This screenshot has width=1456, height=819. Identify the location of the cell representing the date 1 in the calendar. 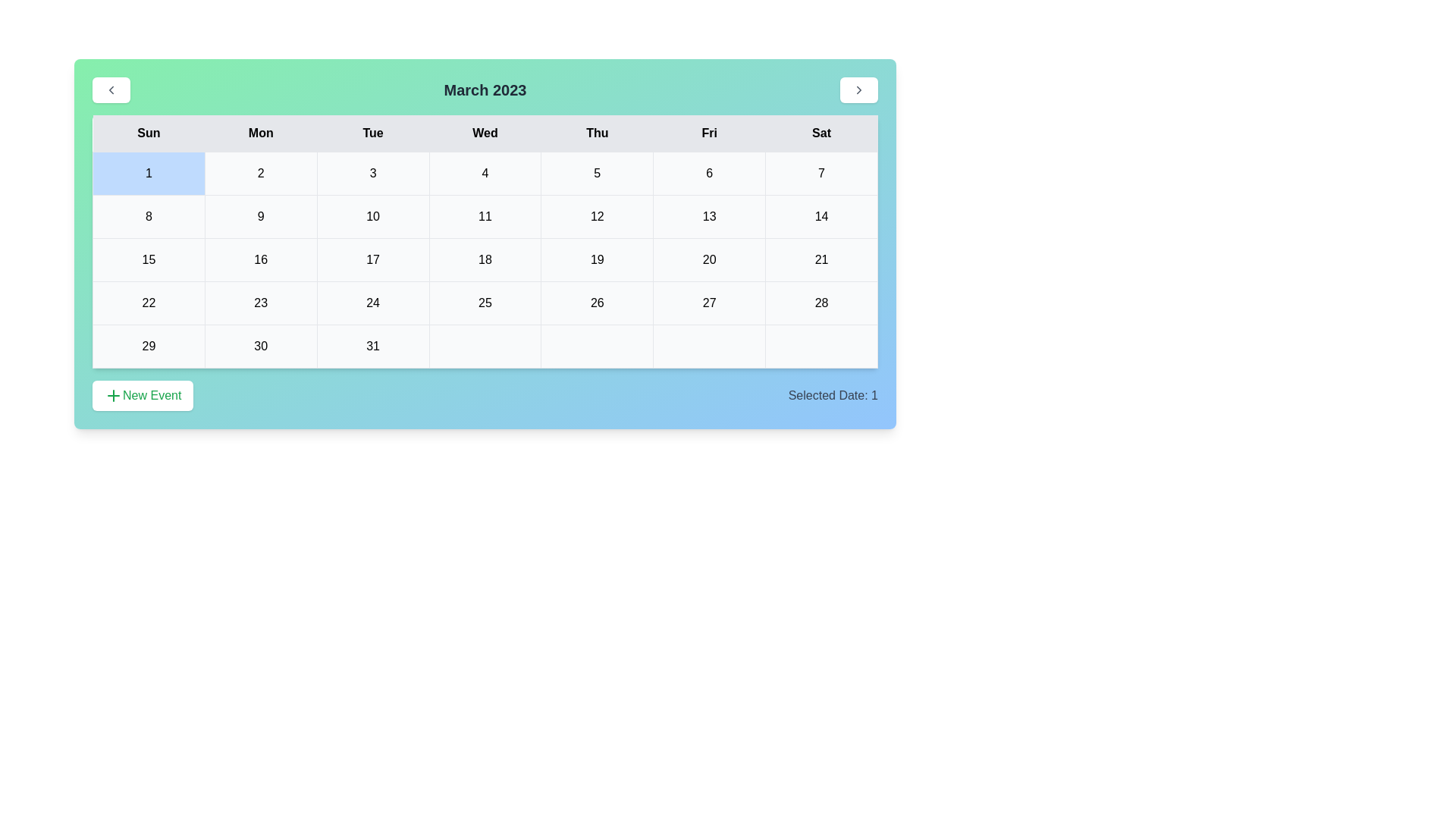
(149, 172).